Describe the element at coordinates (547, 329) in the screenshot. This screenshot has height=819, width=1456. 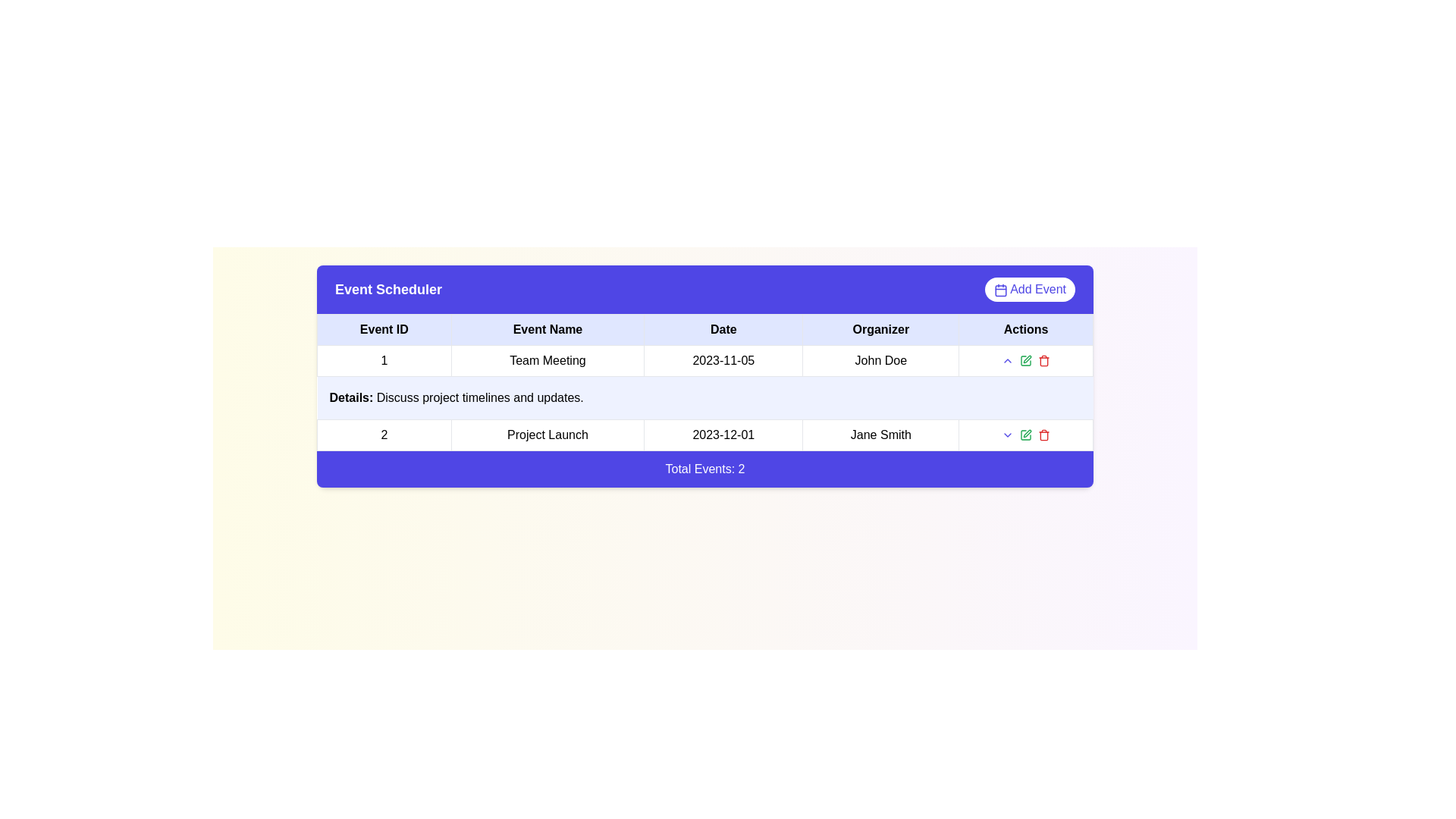
I see `the Text label that serves as a column header for event names, located as the second cell in the header row of the table, positioned to the right of 'Event ID' and to the left of 'Date'` at that location.